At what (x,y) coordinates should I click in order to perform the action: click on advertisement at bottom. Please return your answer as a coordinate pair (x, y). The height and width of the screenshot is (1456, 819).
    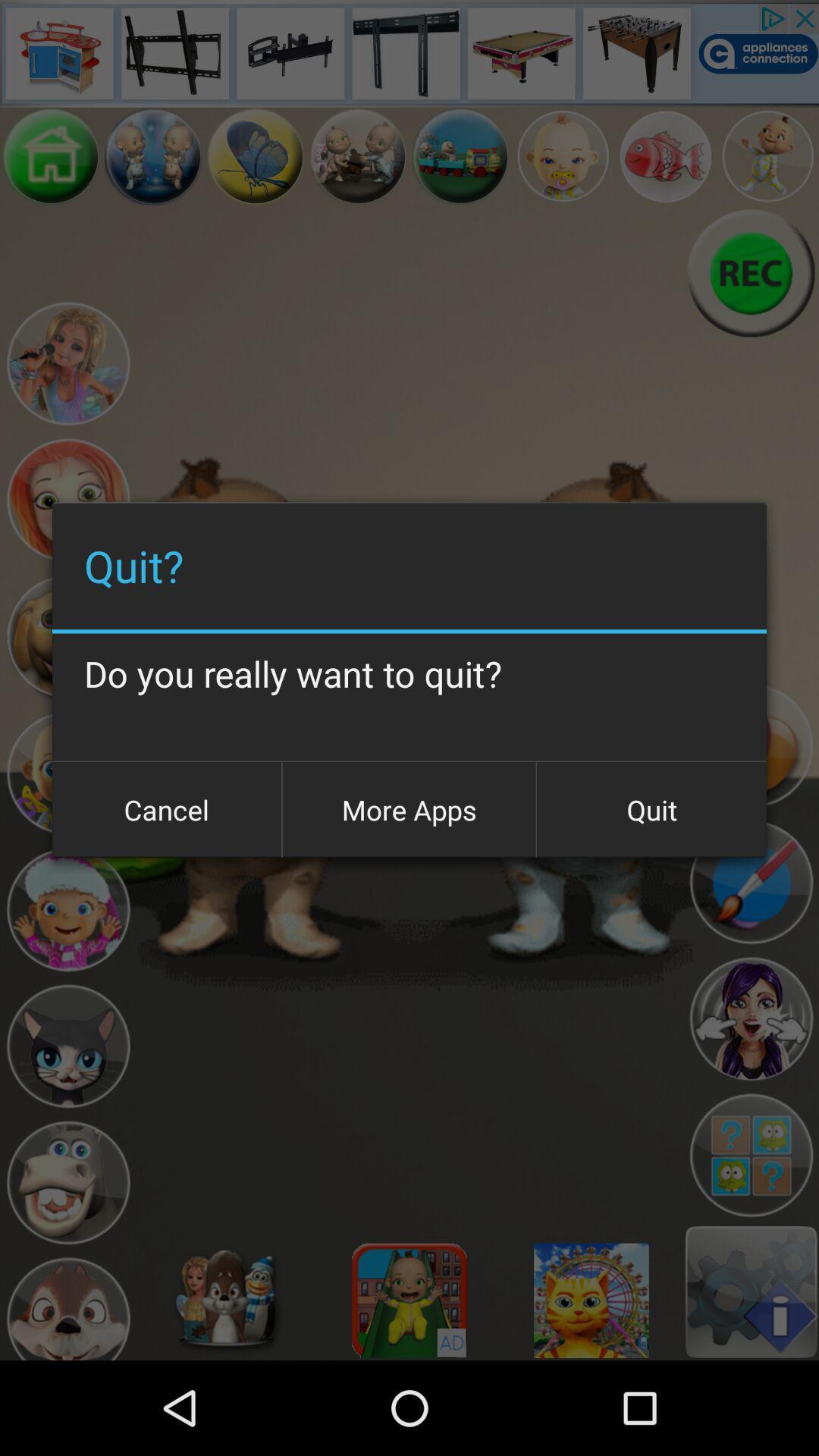
    Looking at the image, I should click on (409, 1300).